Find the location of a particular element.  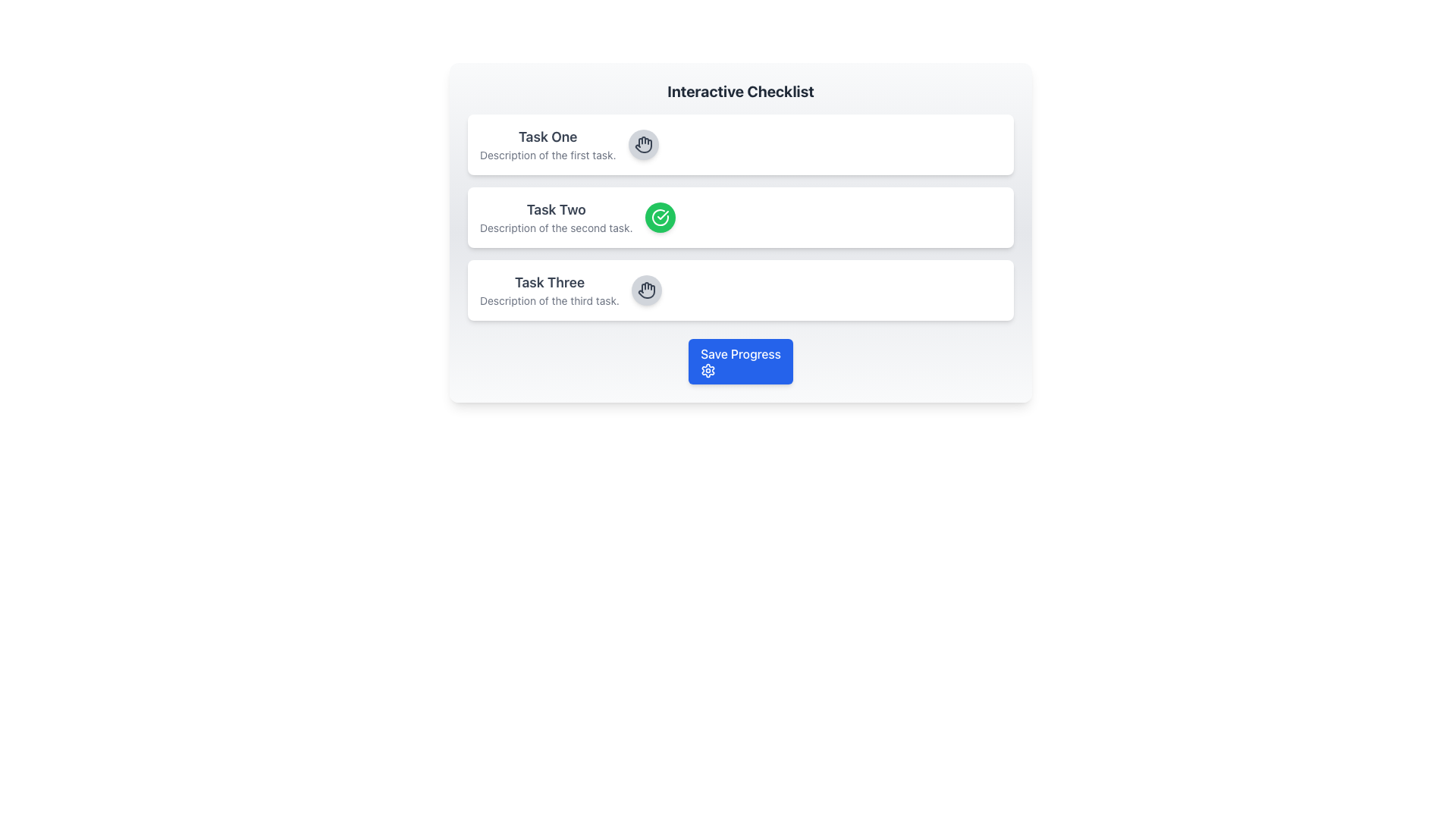

the checkmark icon within the circular badge that indicates the second task is completed in the checklist interface is located at coordinates (662, 215).